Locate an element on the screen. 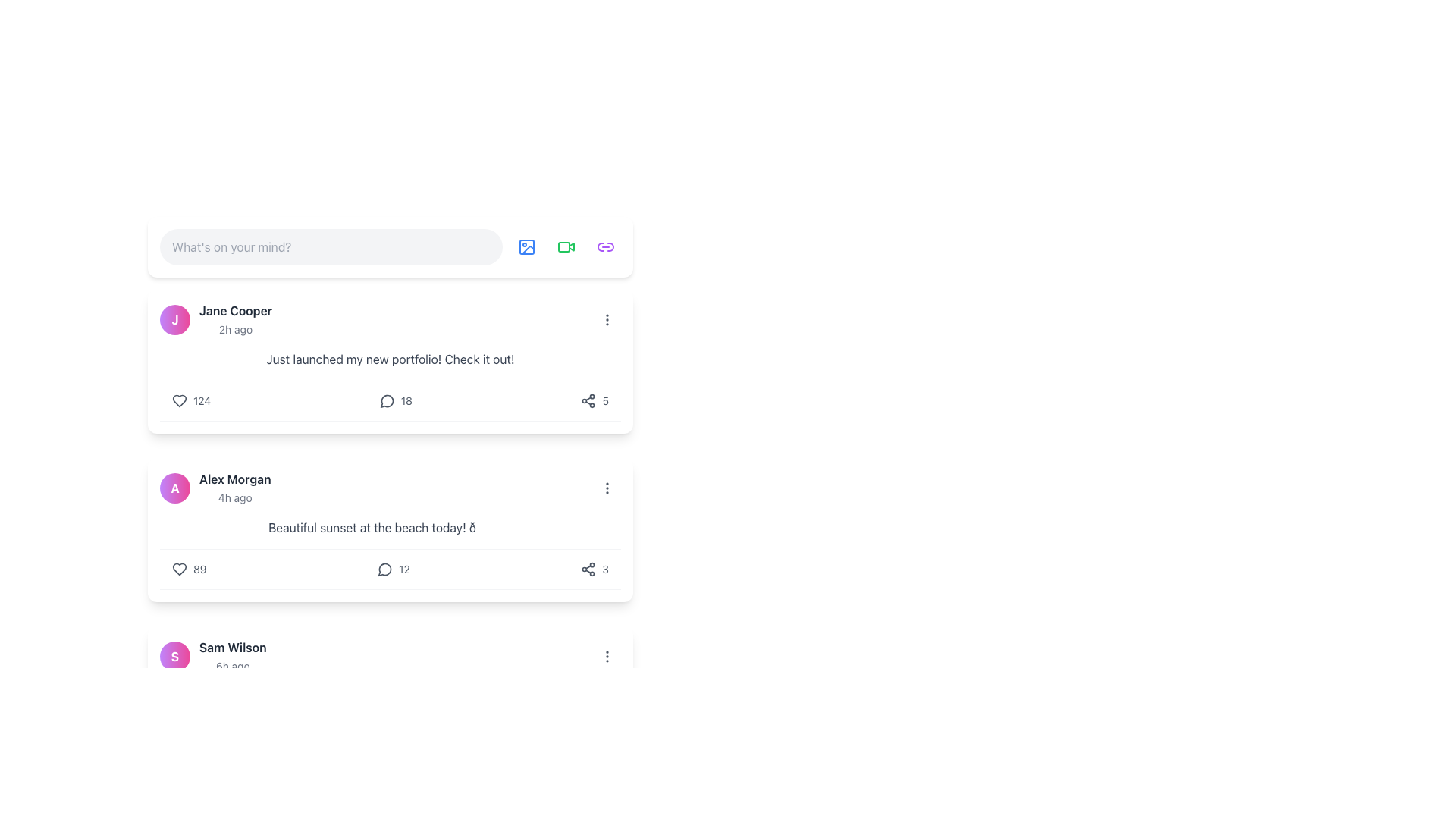  the overflow menu trigger button located at the bottom-right corner of Sam Wilson's card to activate the hover effect is located at coordinates (607, 656).